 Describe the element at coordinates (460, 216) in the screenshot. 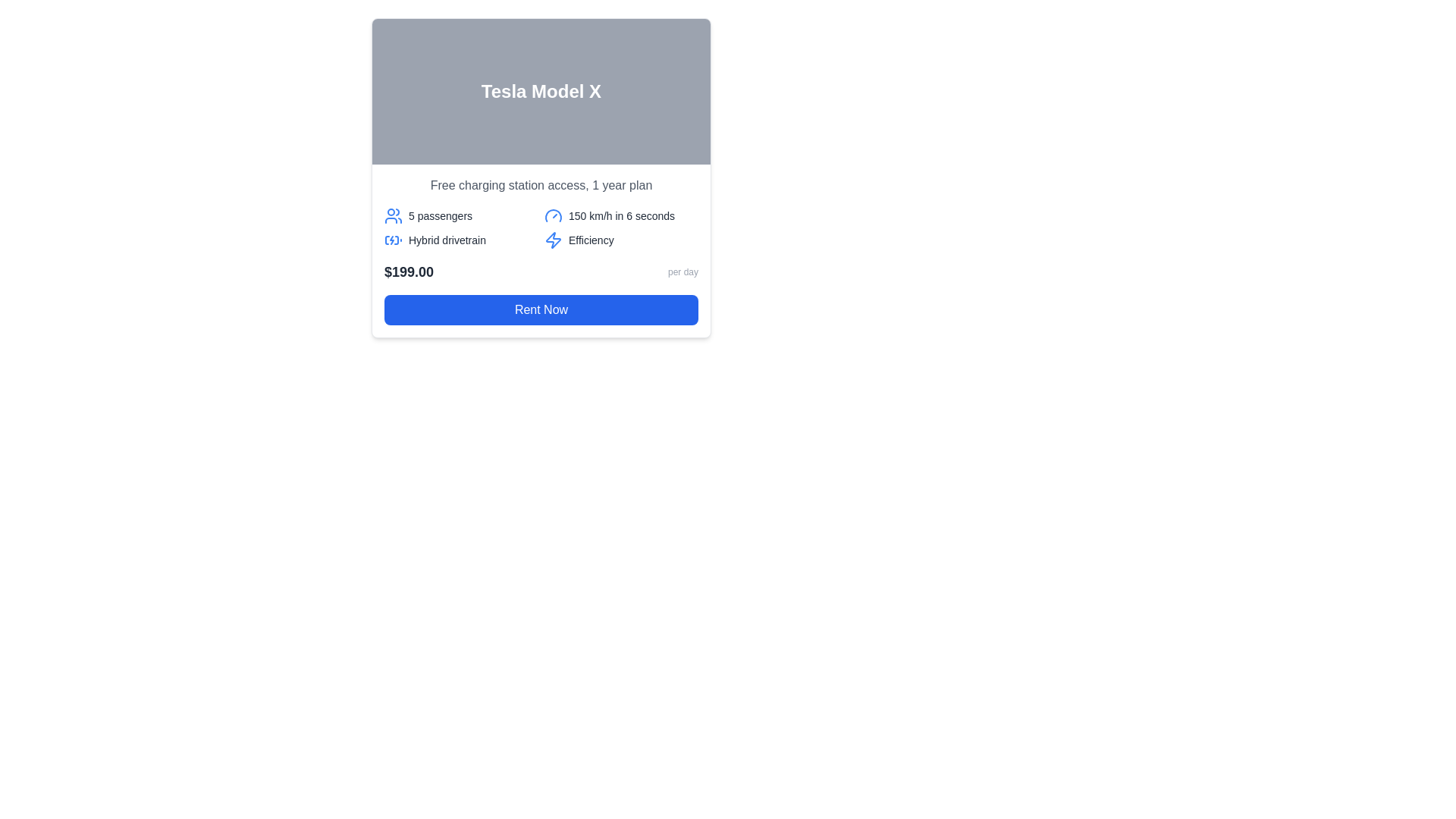

I see `the icon associated with the text element displaying the vehicle's passenger capacity, located directly below the 'Free charging station access, 1 year plan' label` at that location.